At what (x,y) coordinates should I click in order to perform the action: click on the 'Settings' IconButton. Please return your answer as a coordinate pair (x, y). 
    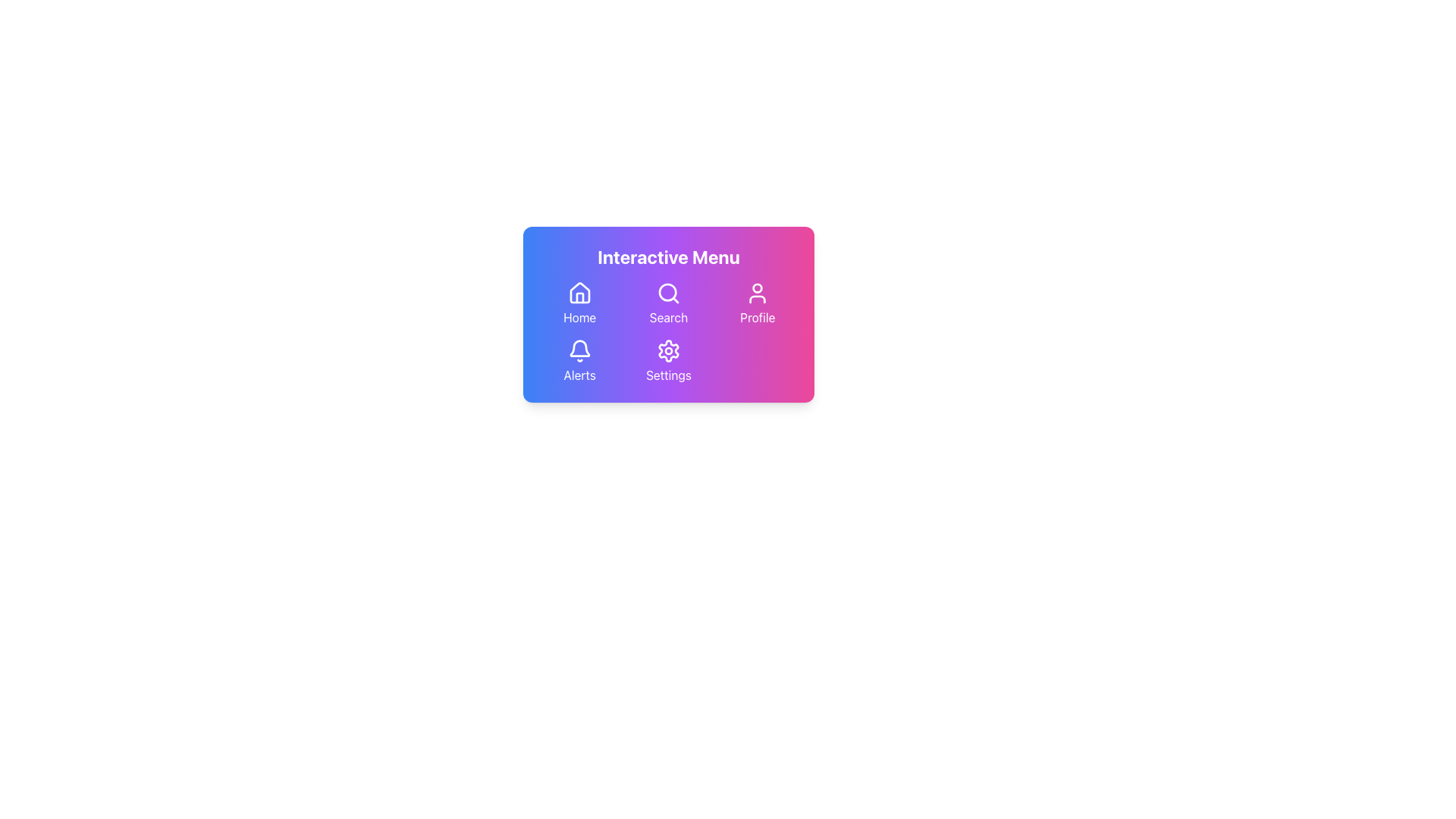
    Looking at the image, I should click on (668, 350).